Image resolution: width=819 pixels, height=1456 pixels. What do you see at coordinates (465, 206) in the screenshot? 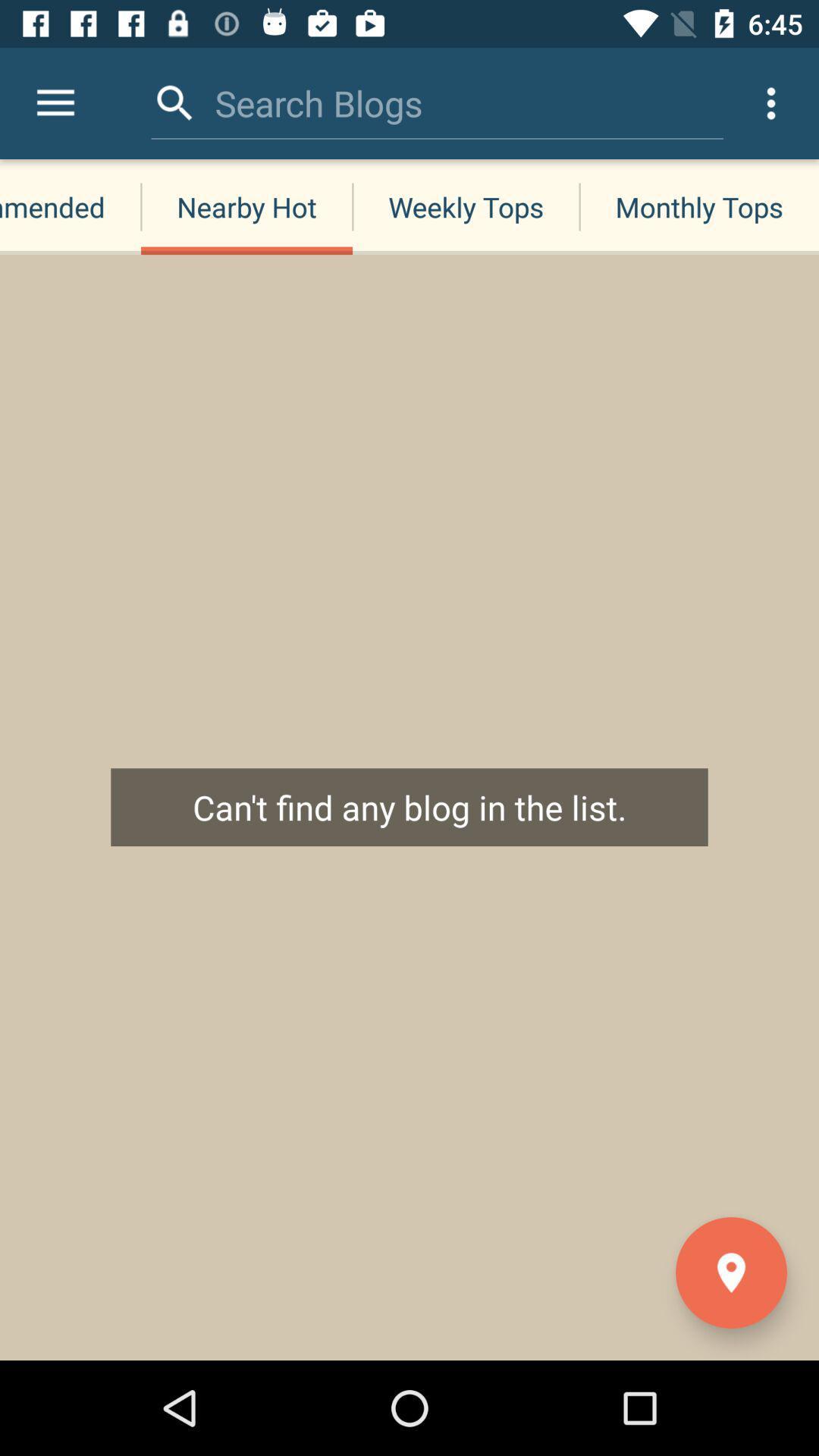
I see `the weekly tops icon` at bounding box center [465, 206].